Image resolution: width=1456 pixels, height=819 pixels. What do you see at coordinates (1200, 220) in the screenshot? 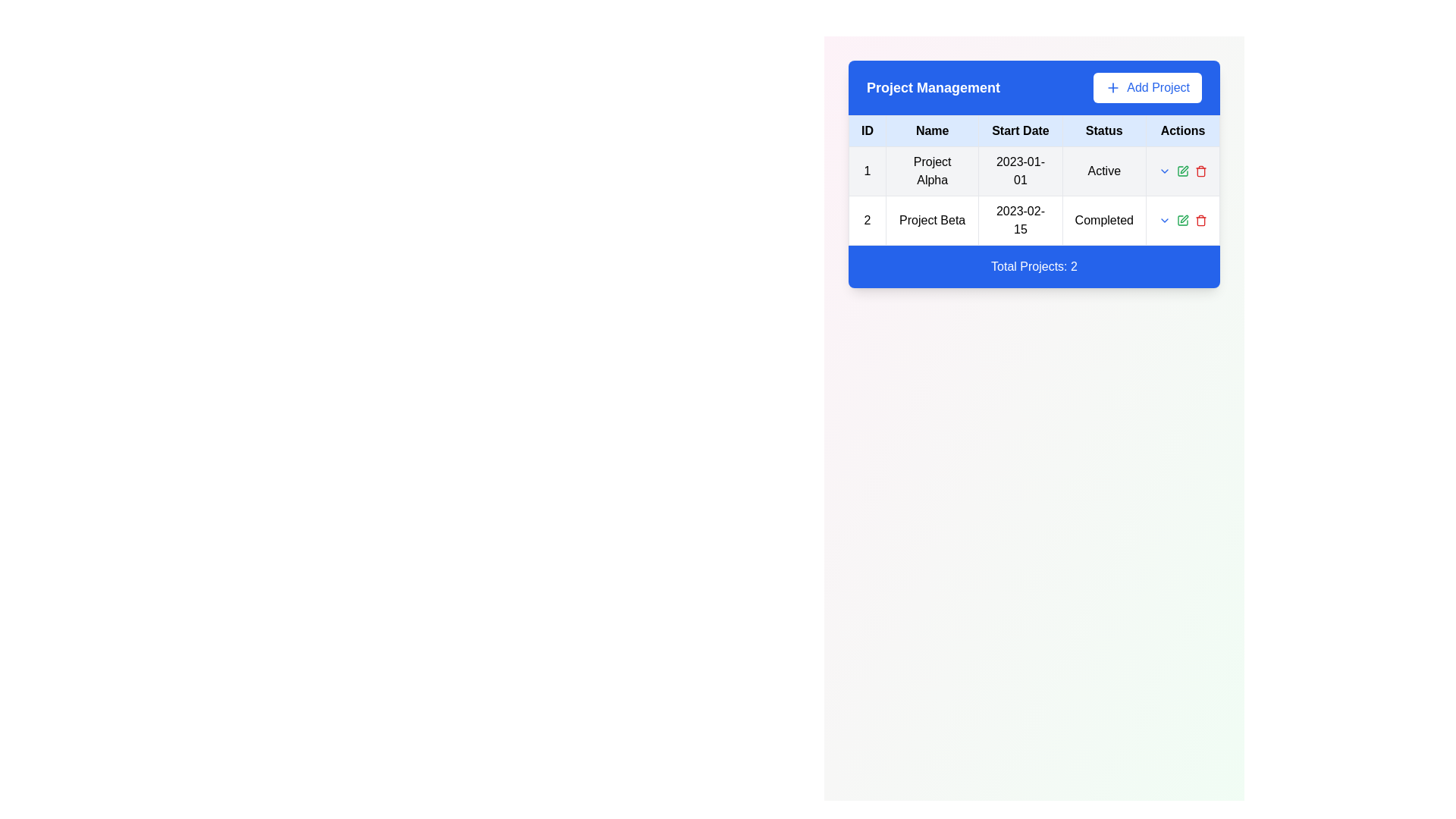
I see `the red trash icon button in the 'Actions' column of the second row of the table` at bounding box center [1200, 220].